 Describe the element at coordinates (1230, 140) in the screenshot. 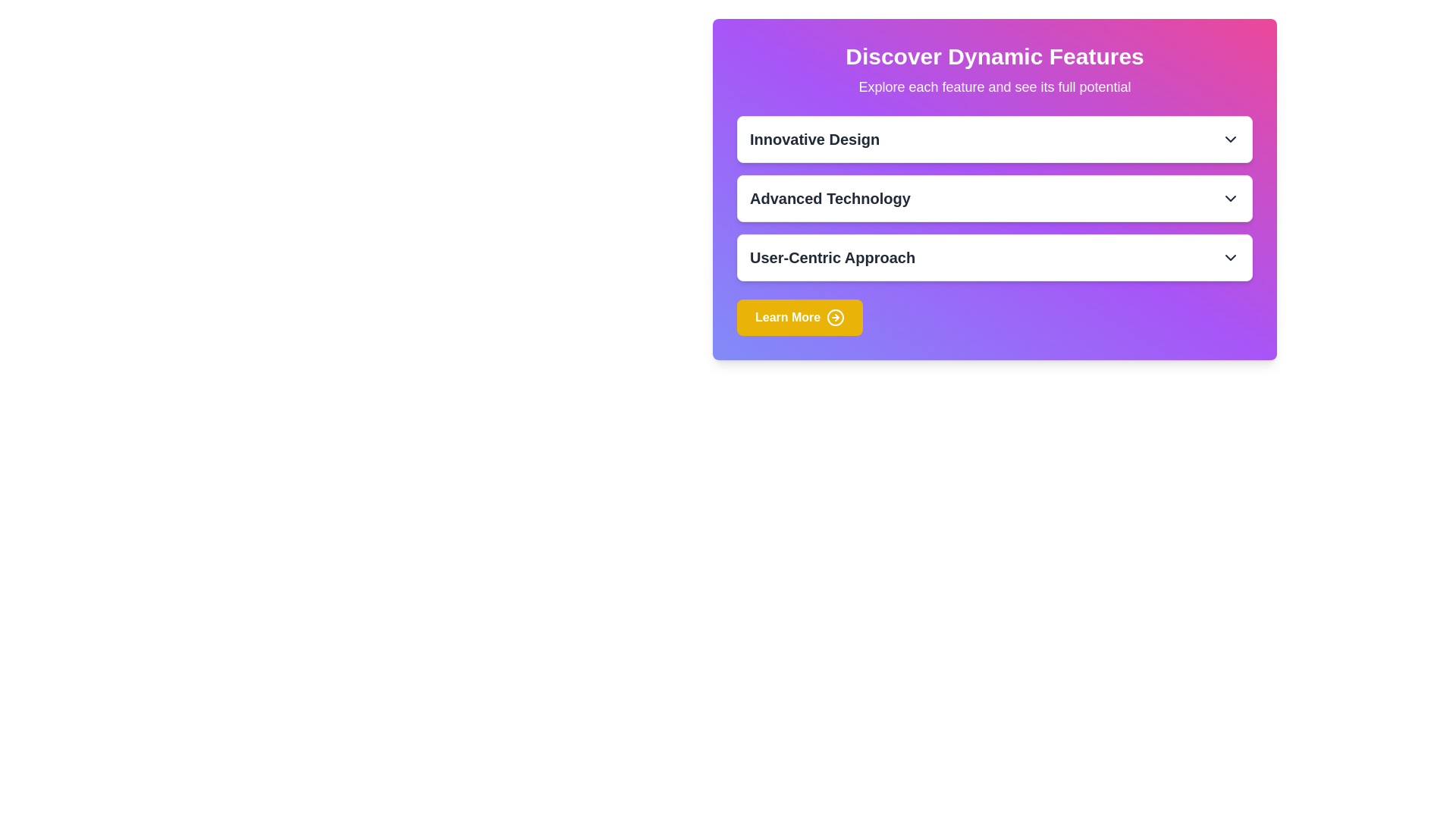

I see `the chevron-down icon button` at that location.